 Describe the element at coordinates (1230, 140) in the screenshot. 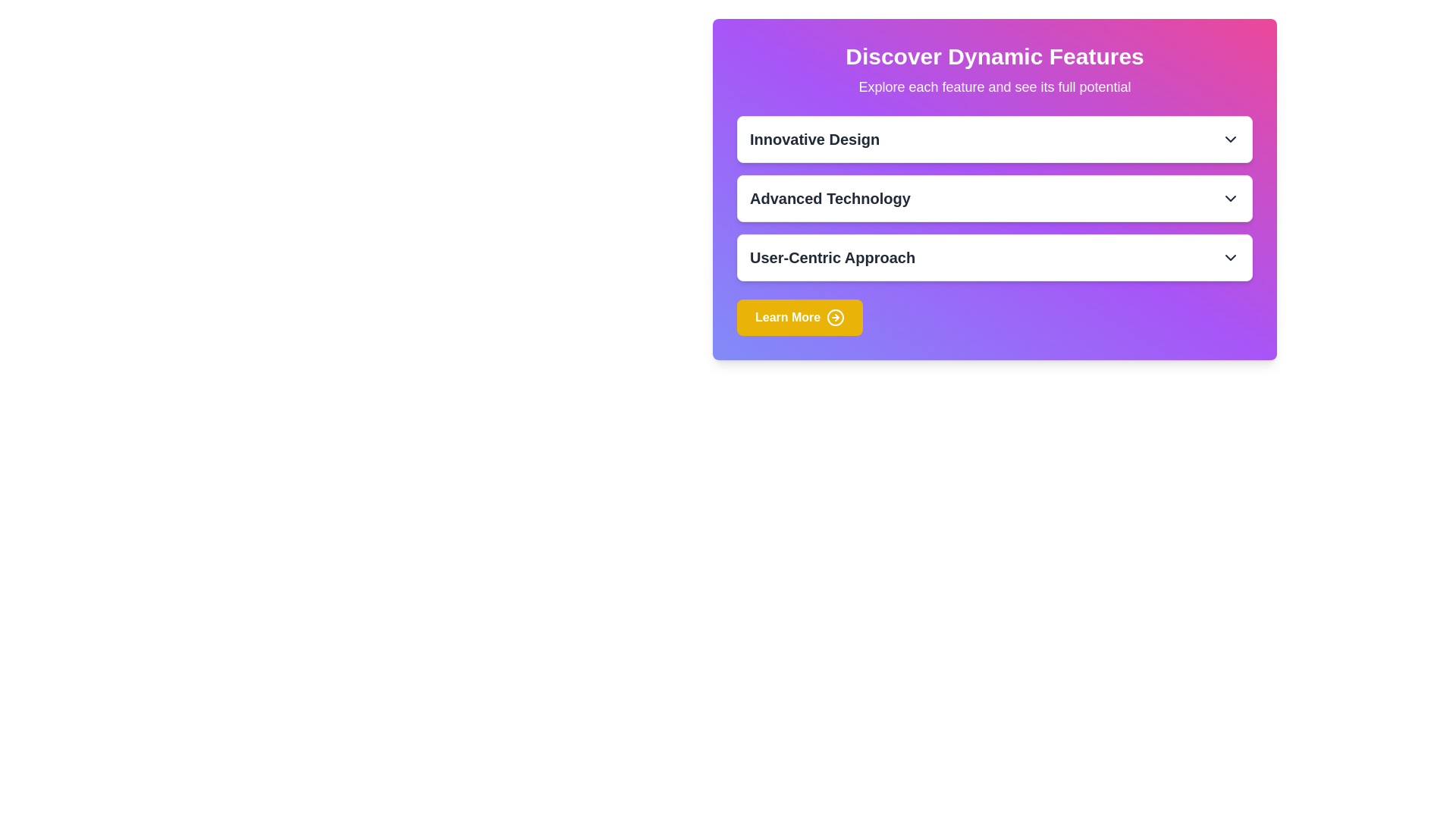

I see `the chevron-down icon button` at that location.